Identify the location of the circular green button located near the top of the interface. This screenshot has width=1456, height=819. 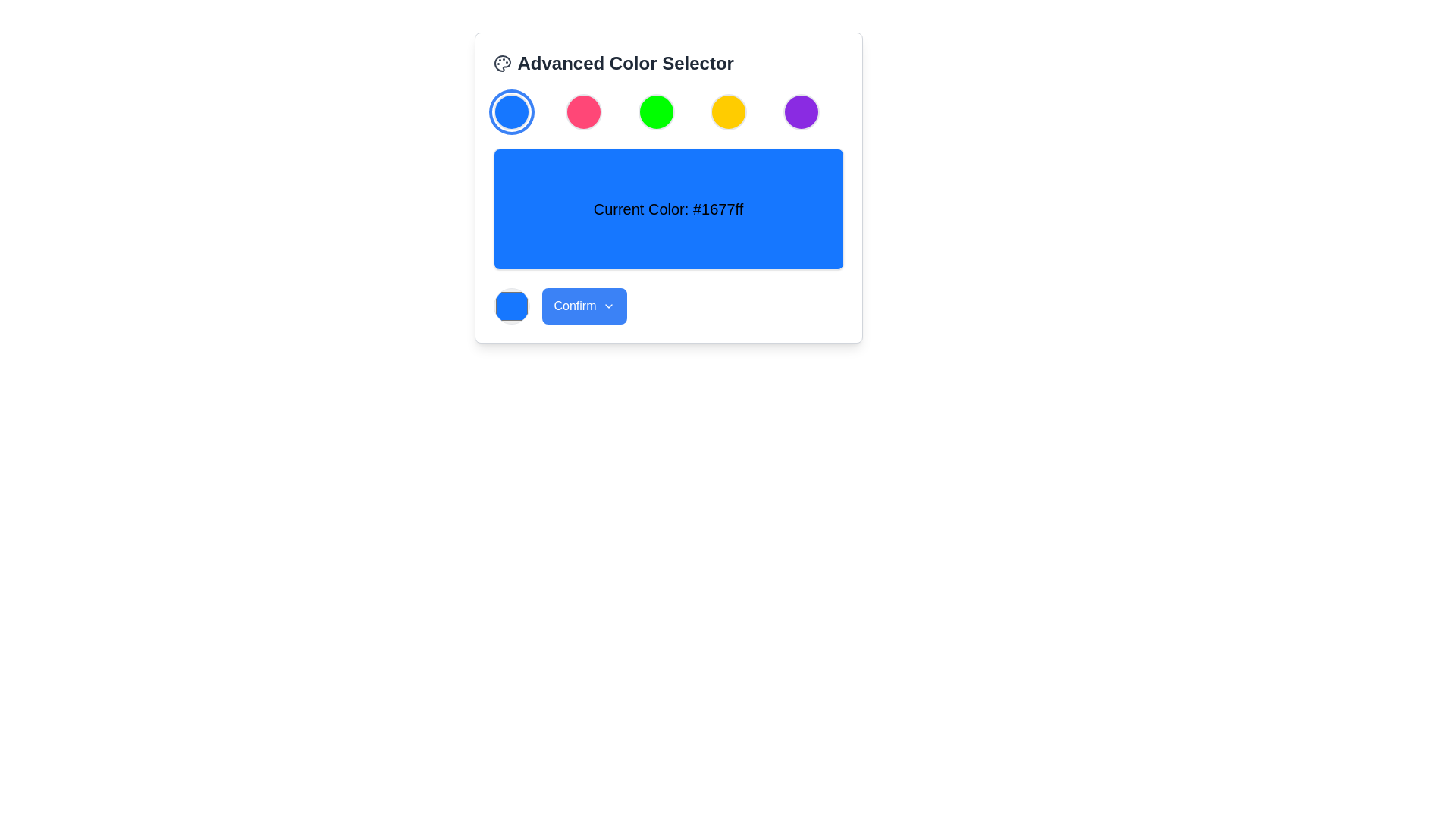
(656, 111).